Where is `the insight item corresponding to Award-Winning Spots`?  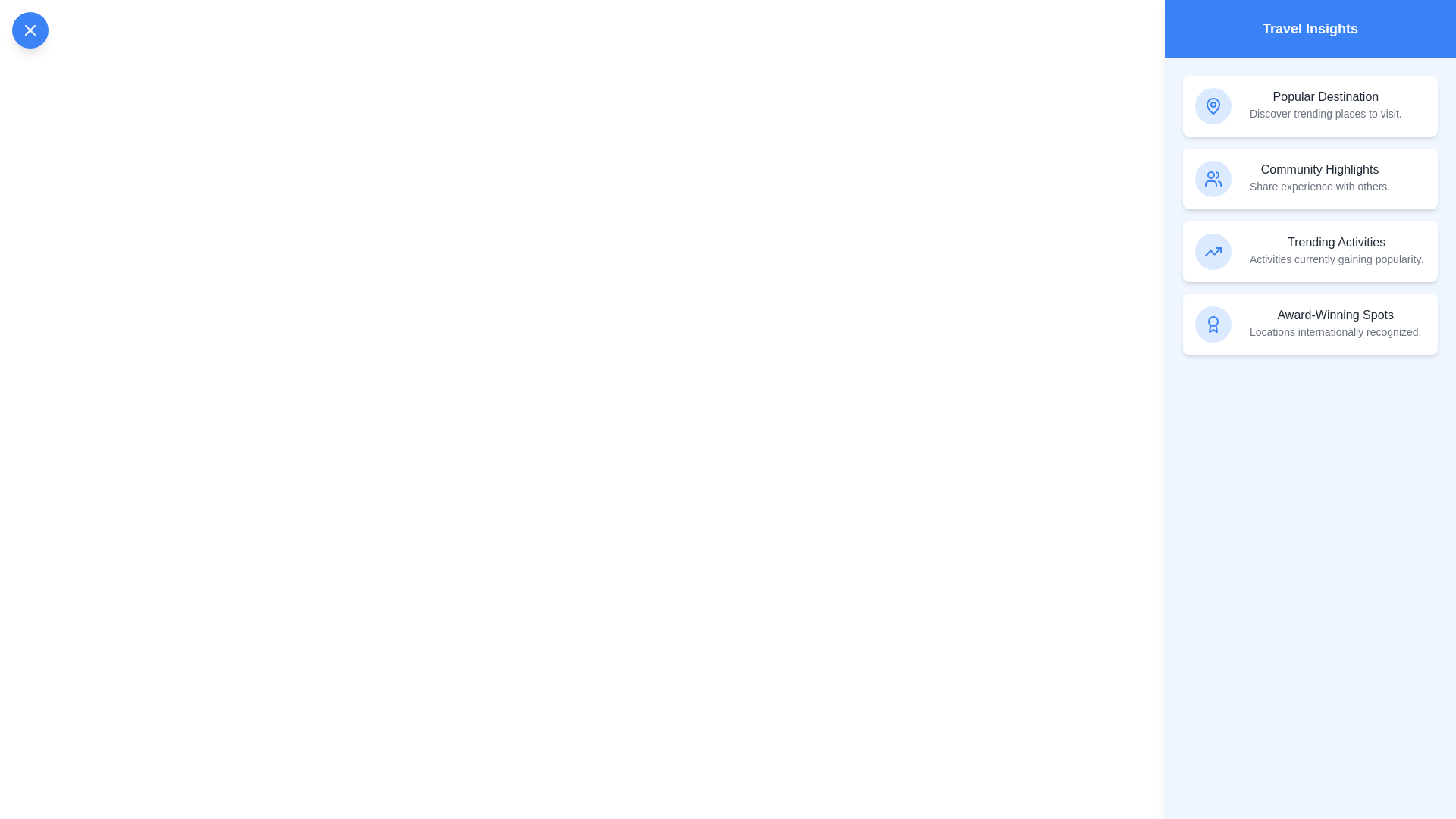
the insight item corresponding to Award-Winning Spots is located at coordinates (1310, 324).